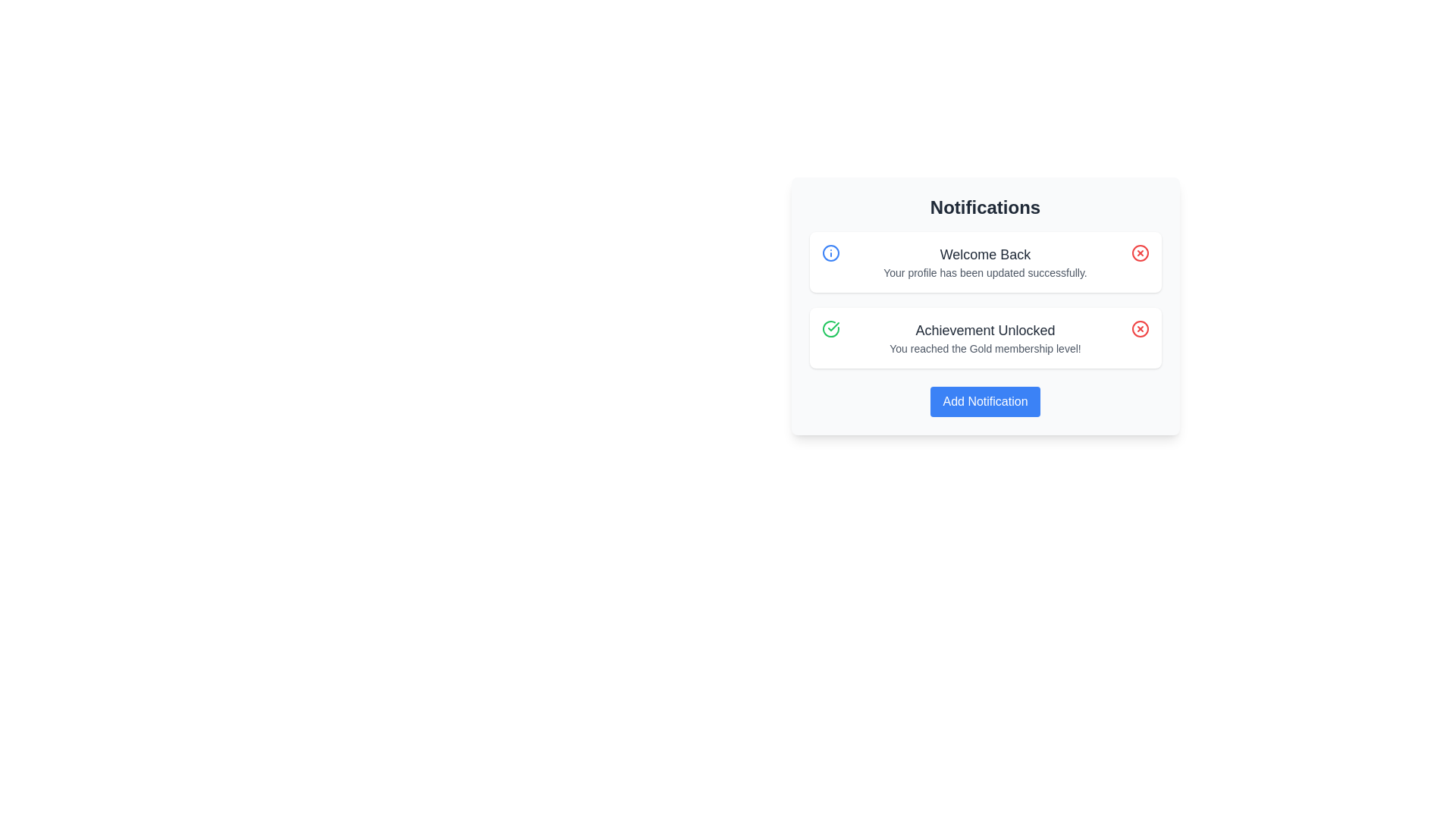 The height and width of the screenshot is (819, 1456). I want to click on the Gold membership achievement indicator icon located in the notification card for 'Achievement Unlocked', positioned to the left of the text stating 'Achievement Unlocked' and 'You reached the Gold membership level!', so click(830, 328).